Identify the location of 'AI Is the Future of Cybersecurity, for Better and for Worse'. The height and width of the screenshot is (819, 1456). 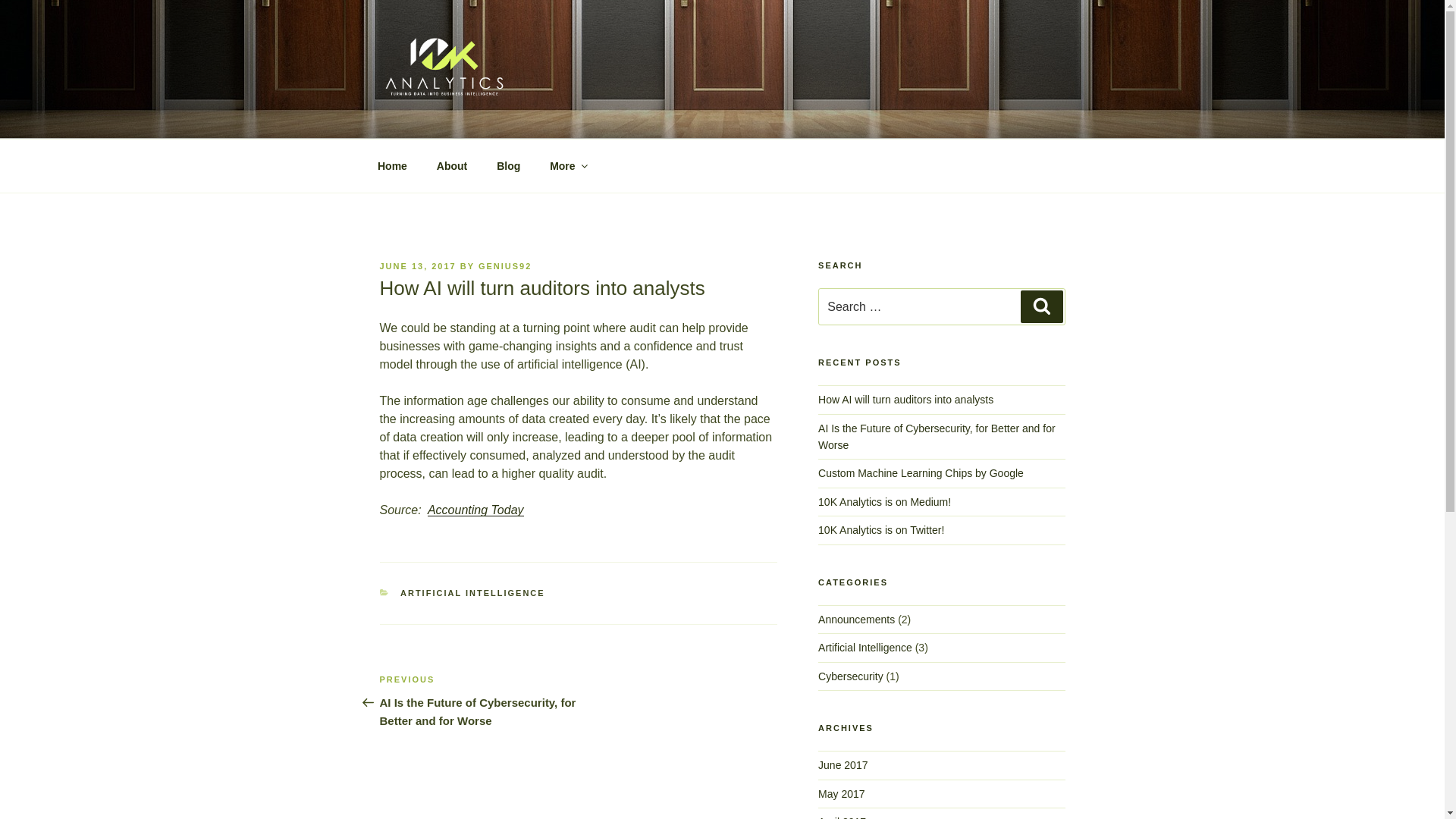
(936, 436).